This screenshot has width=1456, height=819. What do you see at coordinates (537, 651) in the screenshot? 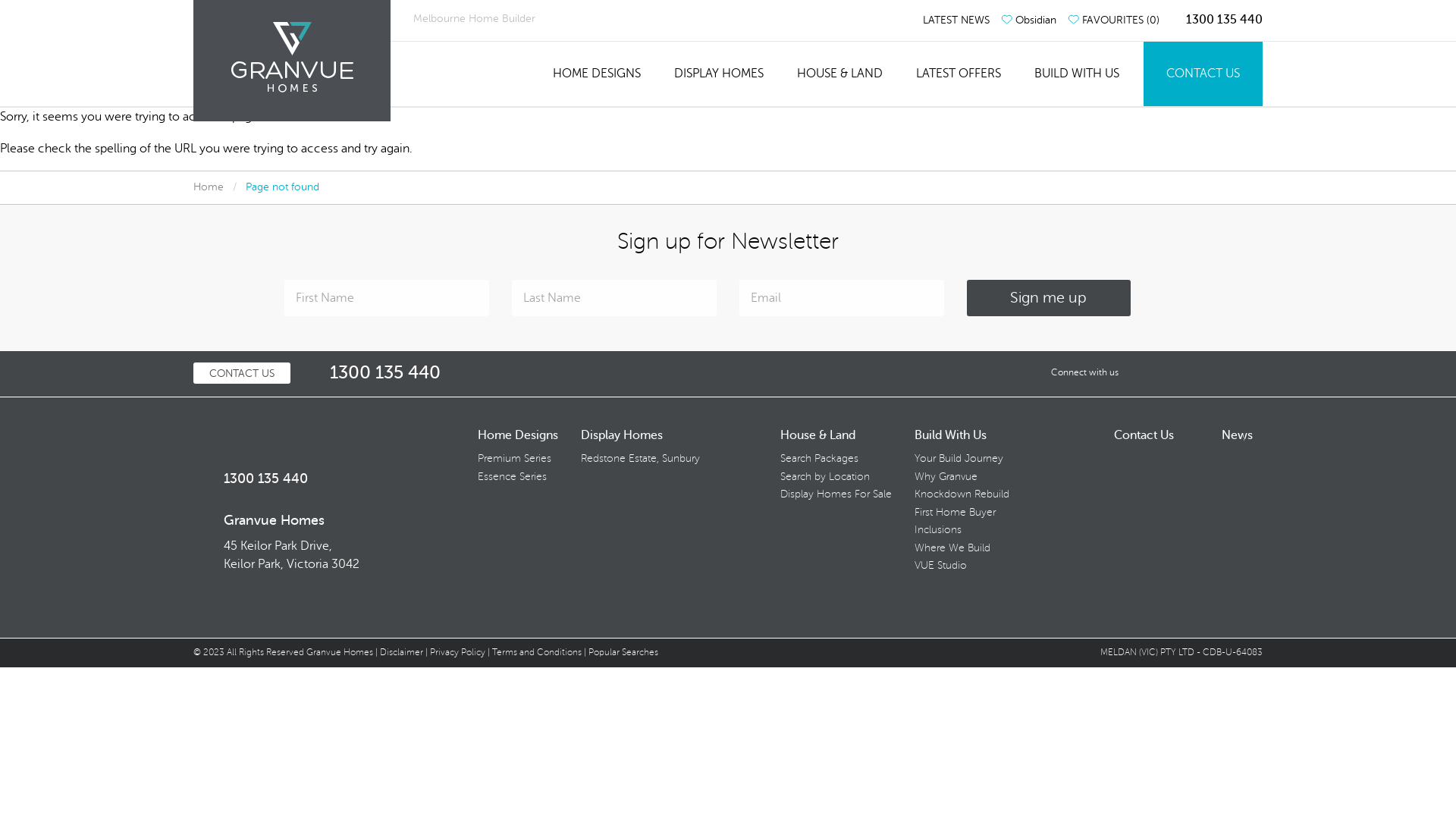
I see `'Terms and Conditions'` at bounding box center [537, 651].